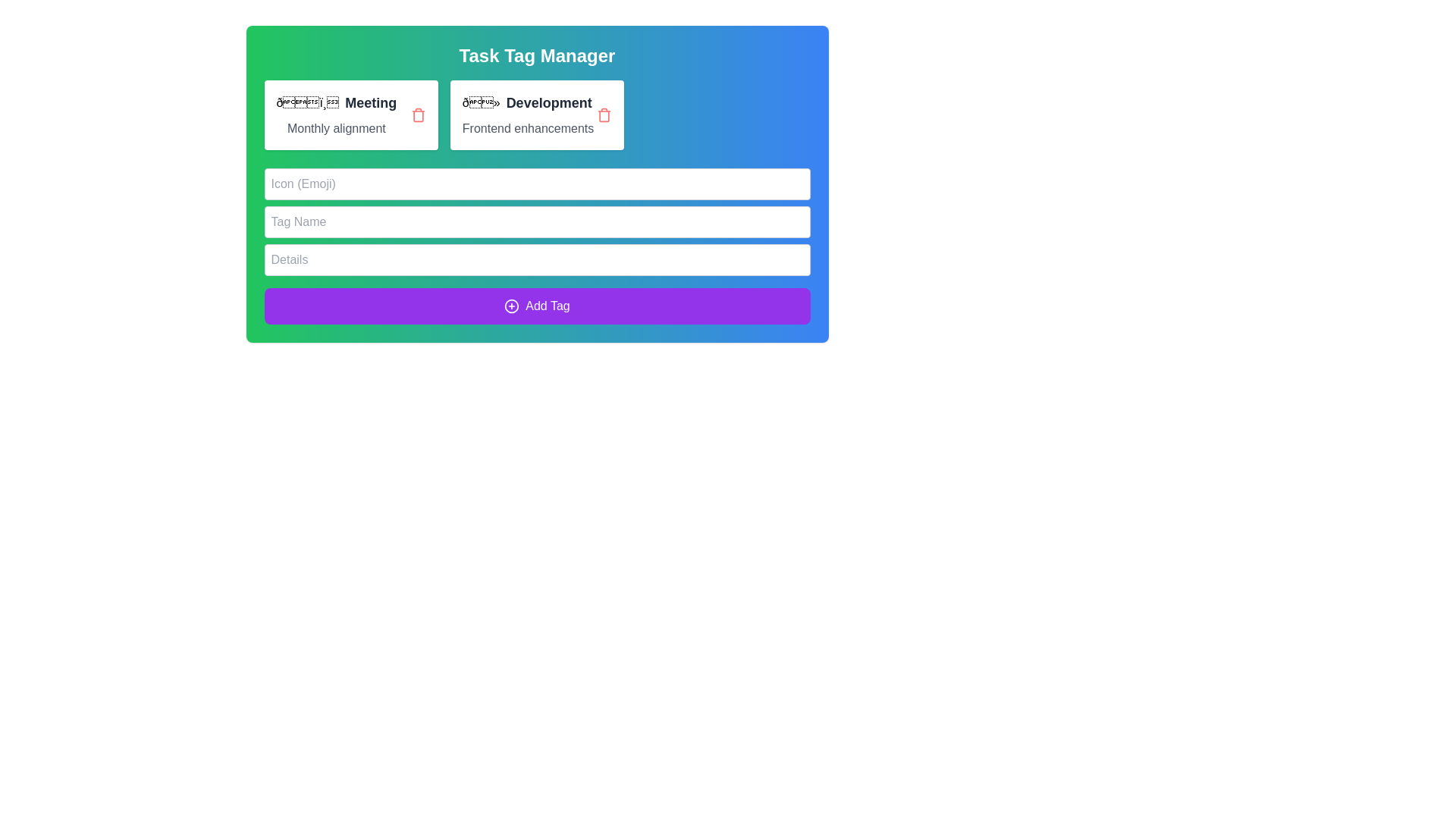 The image size is (1456, 819). I want to click on the trash can icon located near the top center of the interface under the 'Task Tag Manager' header, so click(418, 115).